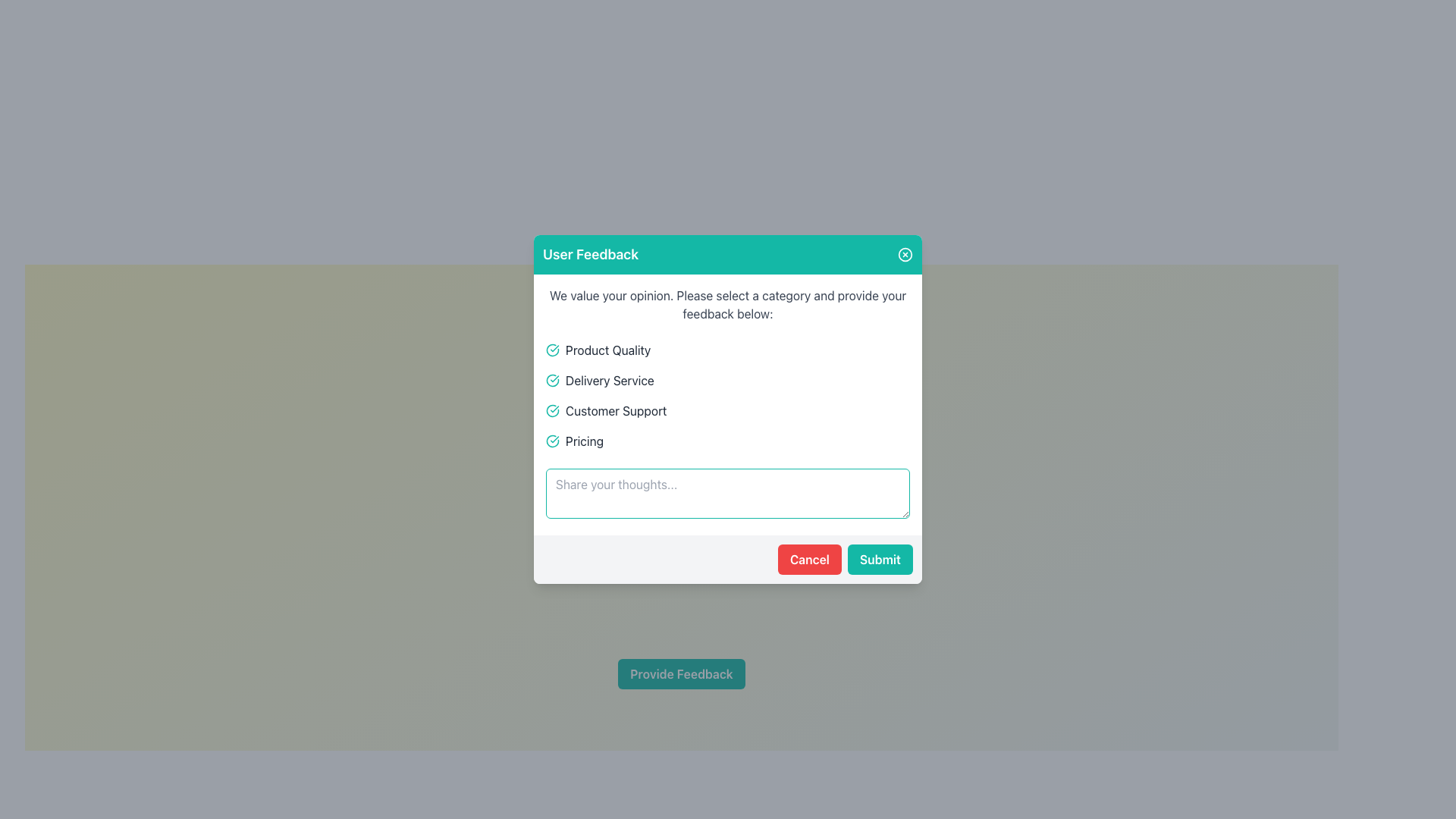 The image size is (1456, 819). I want to click on the 'Customer Support' selectable item in the list, so click(728, 411).